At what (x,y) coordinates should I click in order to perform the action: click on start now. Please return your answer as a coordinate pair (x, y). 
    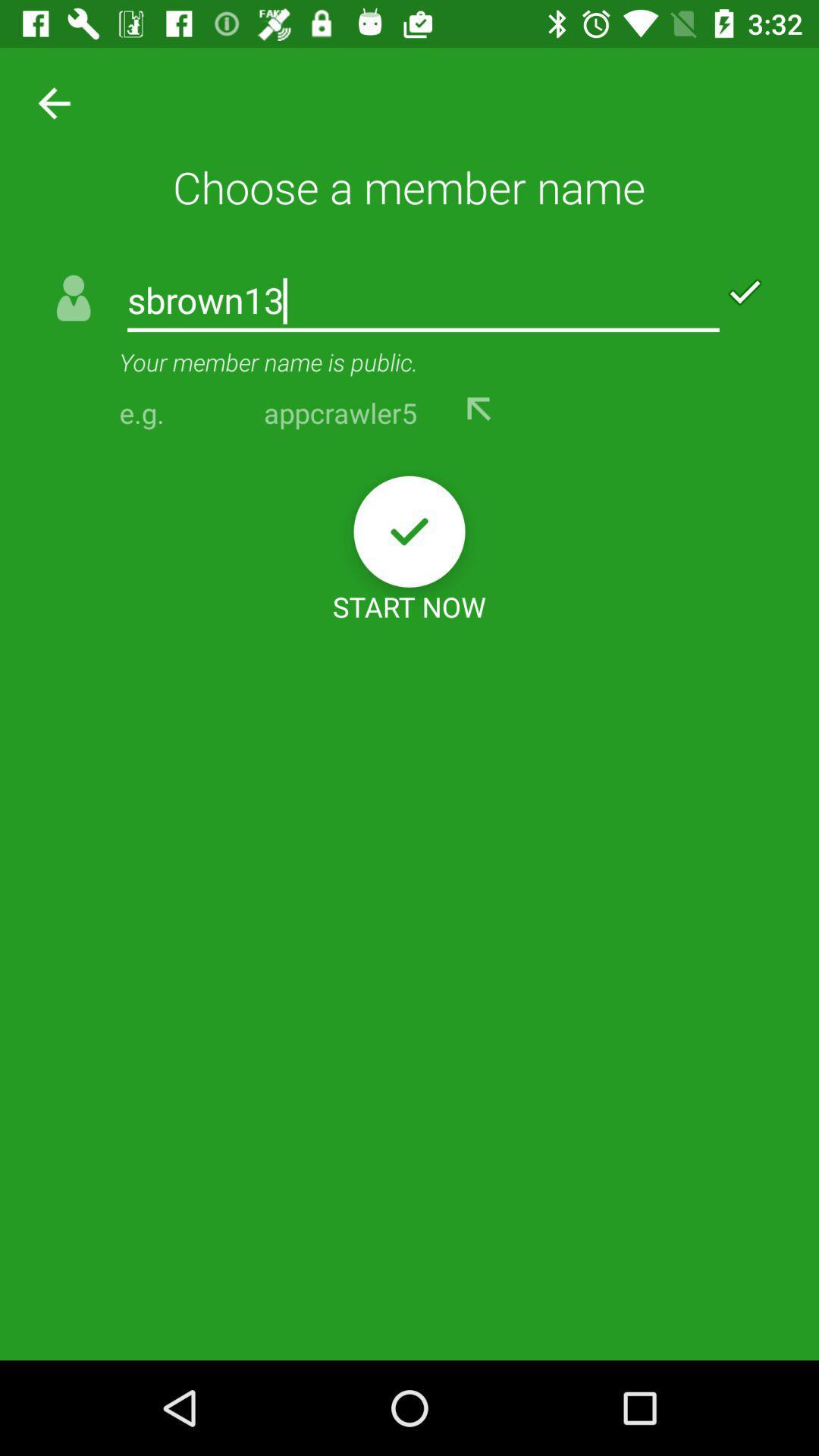
    Looking at the image, I should click on (409, 532).